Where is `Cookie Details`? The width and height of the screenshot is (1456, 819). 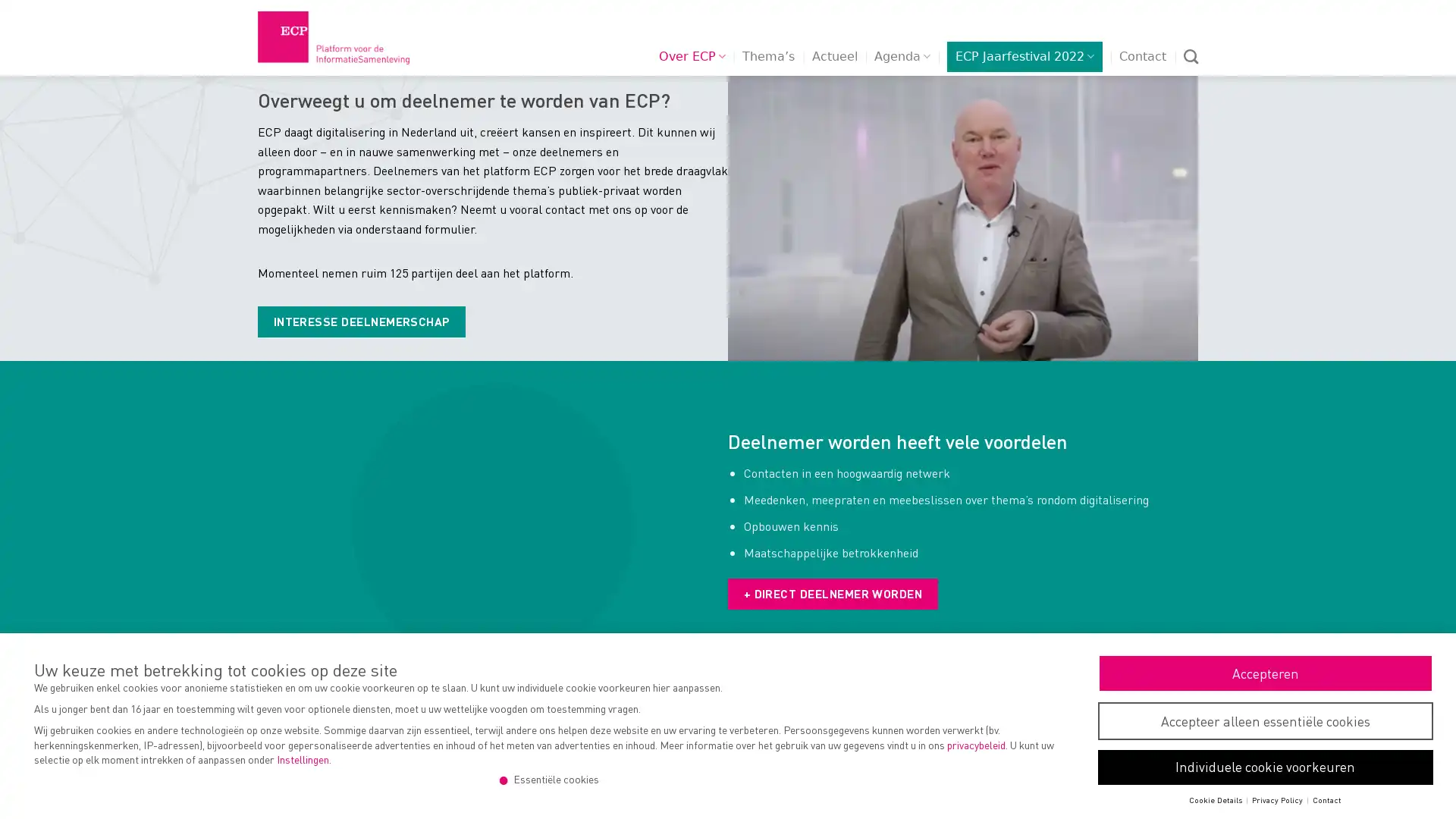
Cookie Details is located at coordinates (1216, 799).